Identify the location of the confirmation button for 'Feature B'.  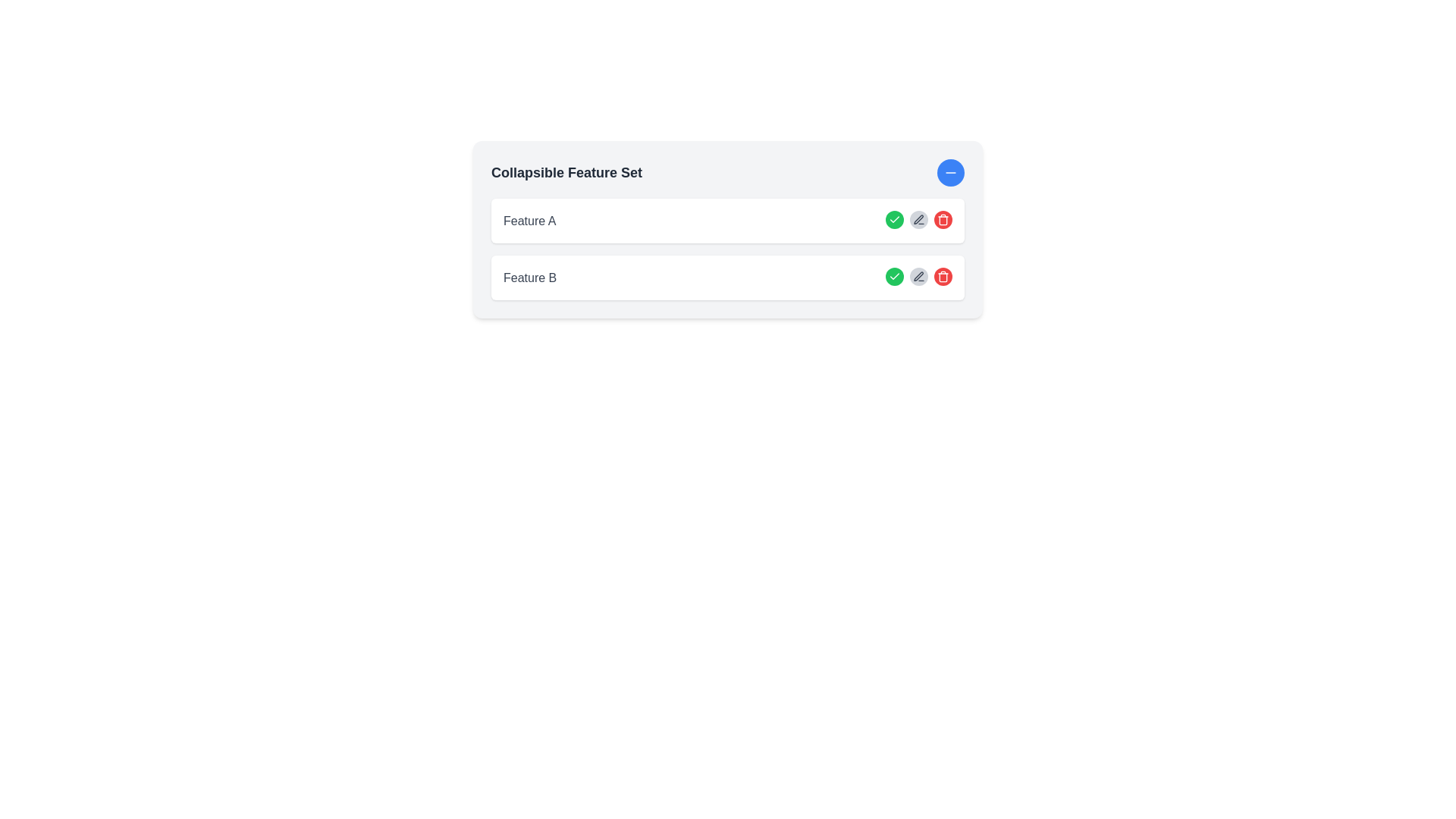
(895, 277).